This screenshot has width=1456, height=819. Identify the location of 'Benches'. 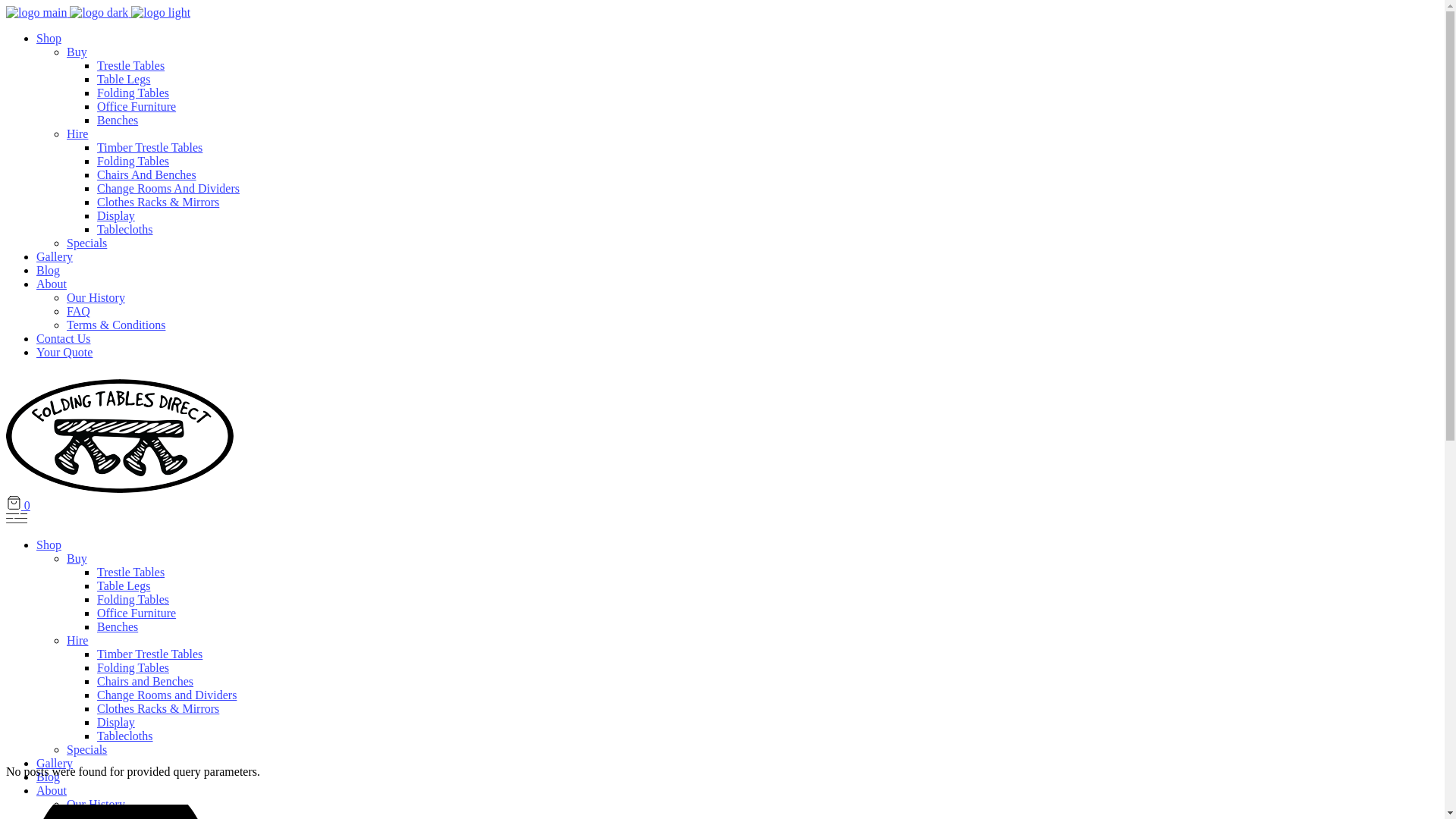
(116, 626).